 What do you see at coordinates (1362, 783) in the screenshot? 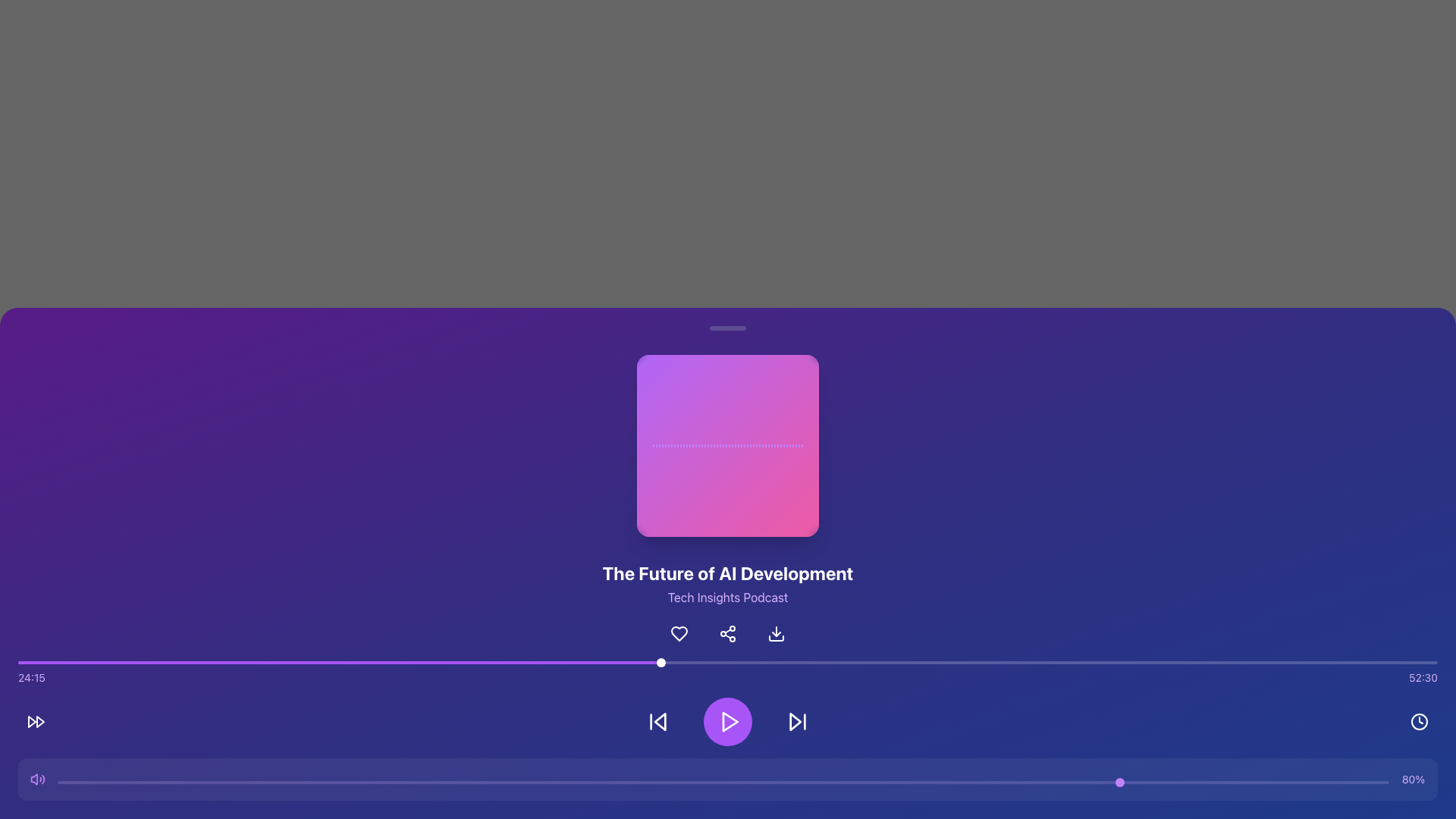
I see `the slider value` at bounding box center [1362, 783].